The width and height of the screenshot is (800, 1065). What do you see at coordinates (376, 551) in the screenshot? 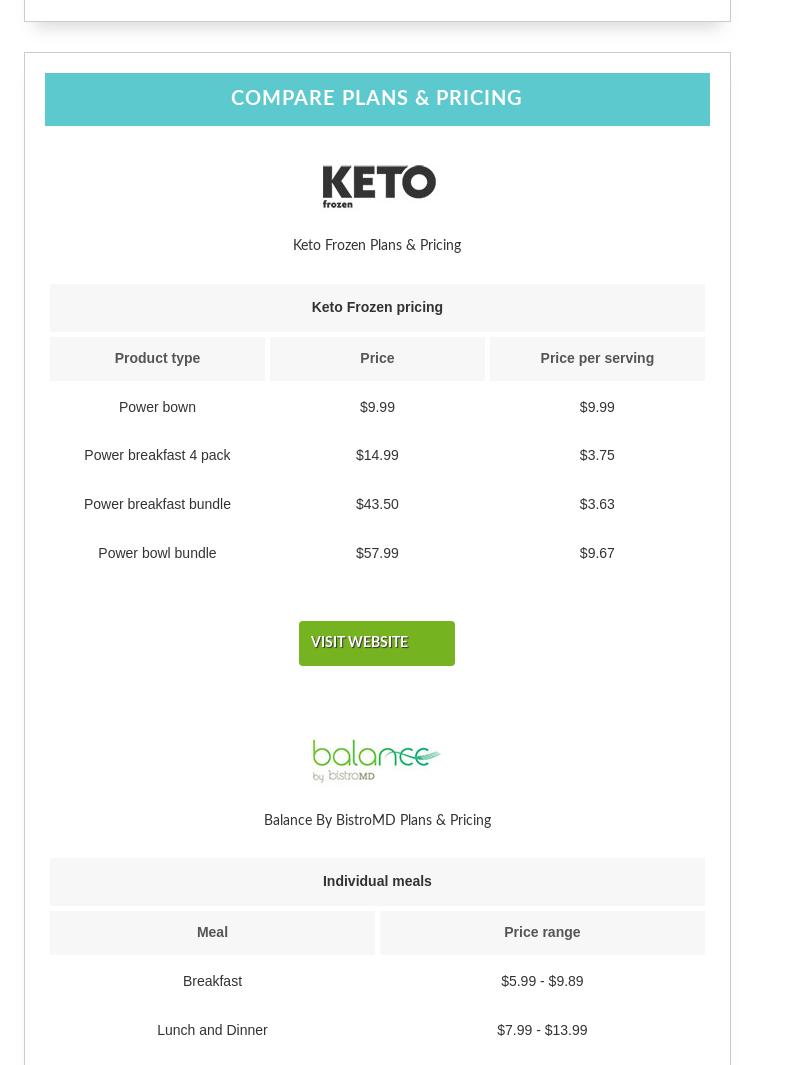
I see `'$57.99'` at bounding box center [376, 551].